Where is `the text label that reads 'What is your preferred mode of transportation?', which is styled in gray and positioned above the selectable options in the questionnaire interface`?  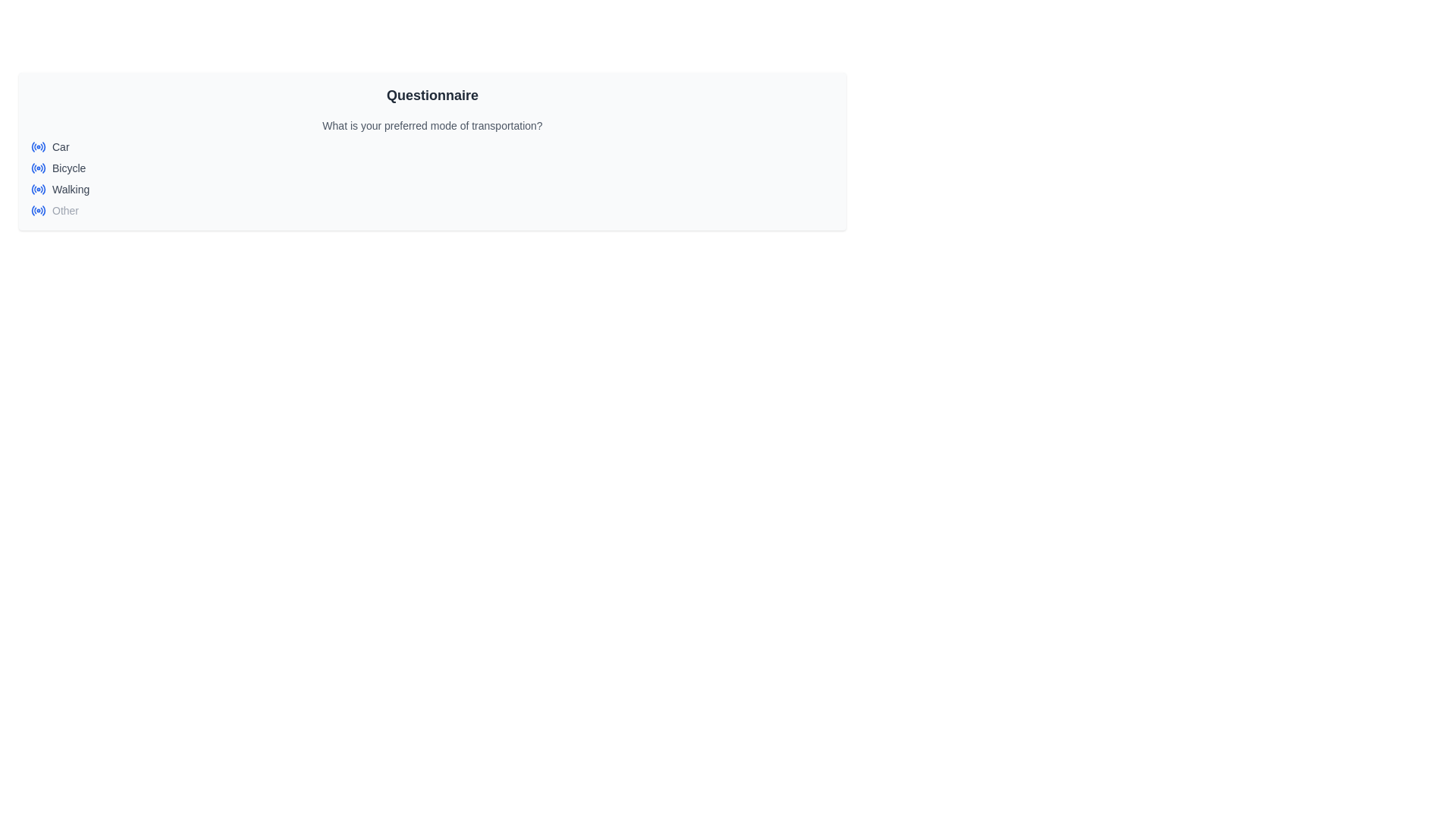
the text label that reads 'What is your preferred mode of transportation?', which is styled in gray and positioned above the selectable options in the questionnaire interface is located at coordinates (431, 124).